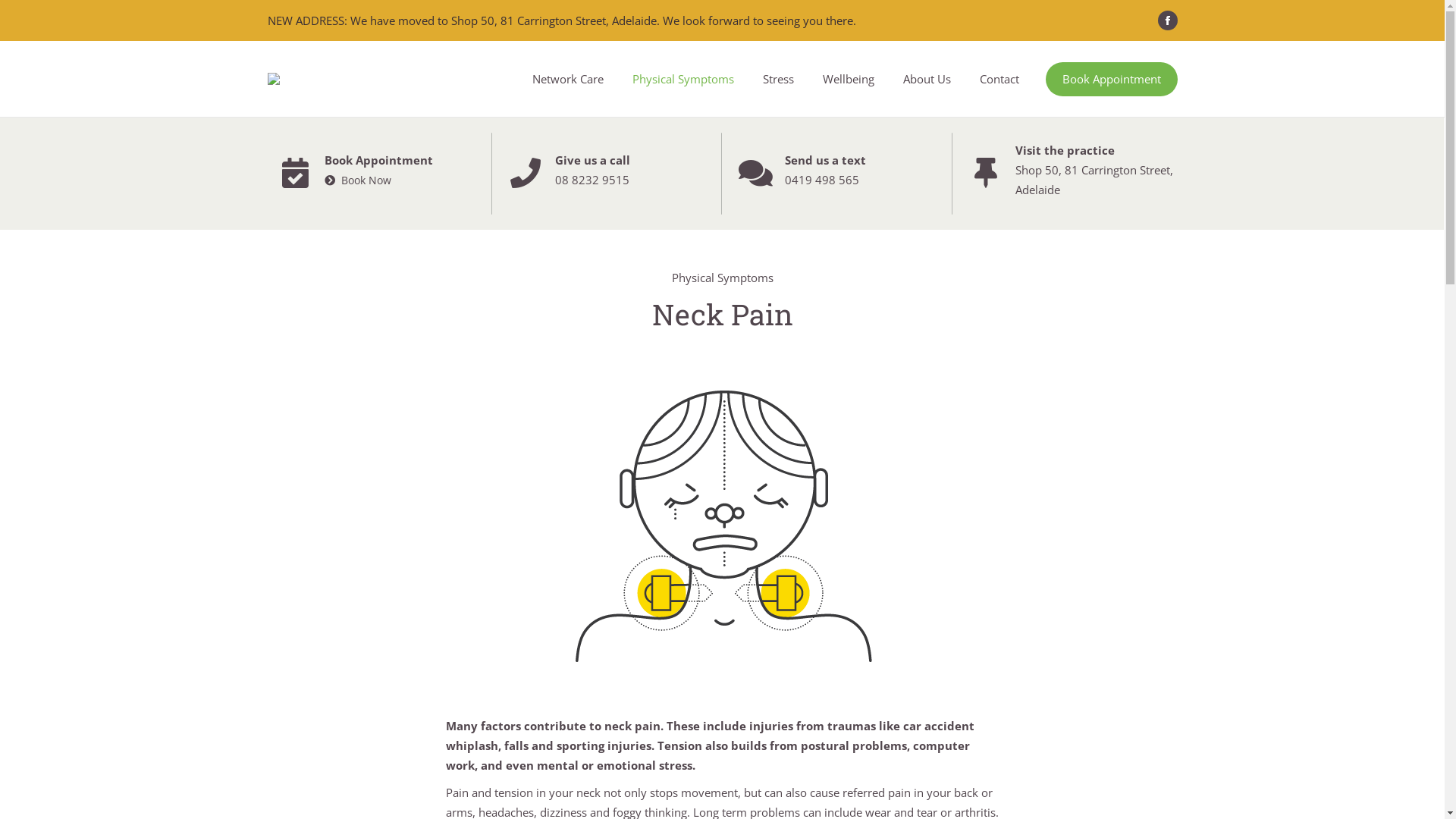 This screenshot has height=819, width=1456. Describe the element at coordinates (682, 78) in the screenshot. I see `'Physical Symptoms'` at that location.